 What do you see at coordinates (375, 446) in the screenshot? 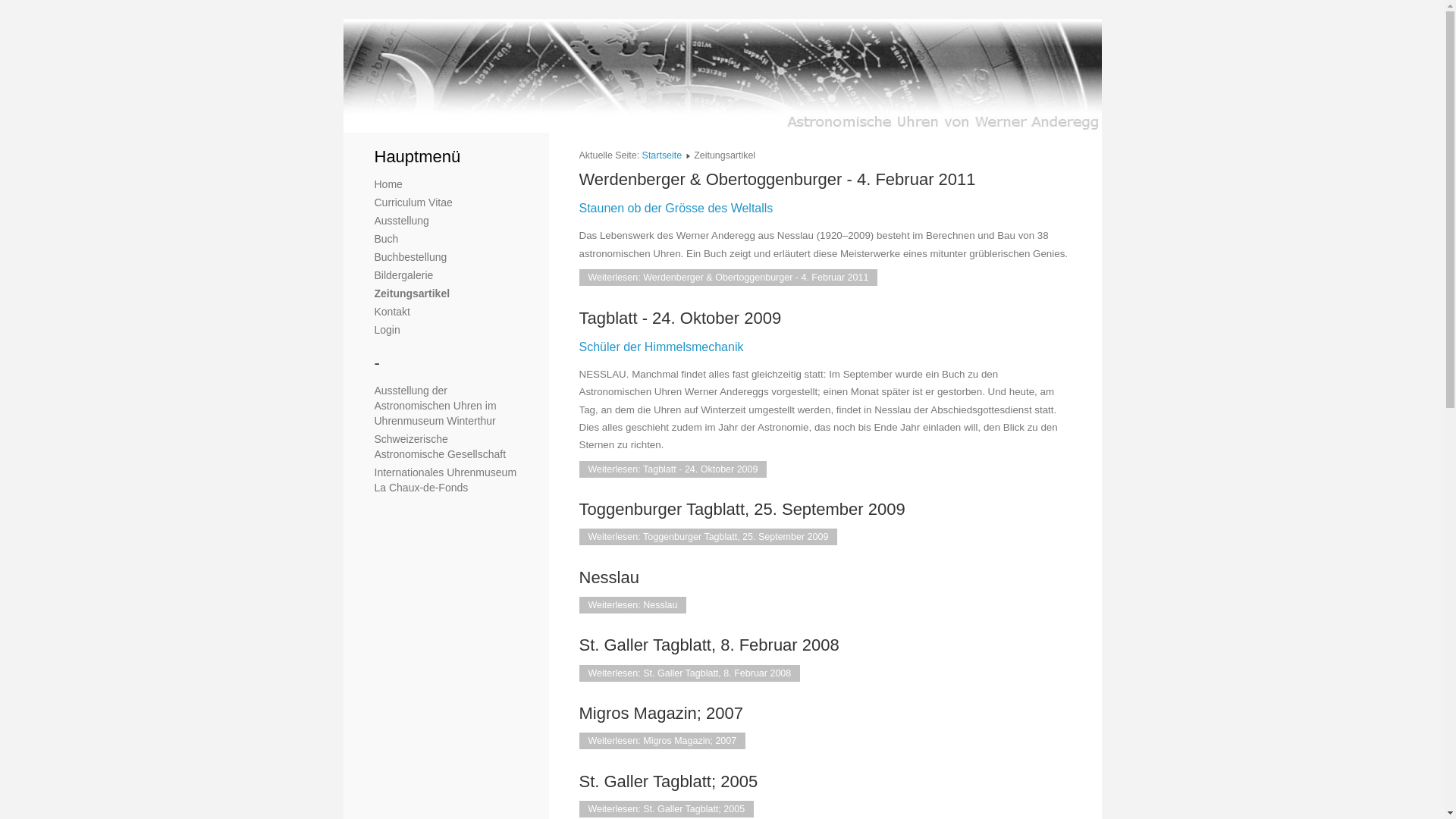
I see `'Schweizerische Astronomische Gesellschaft'` at bounding box center [375, 446].